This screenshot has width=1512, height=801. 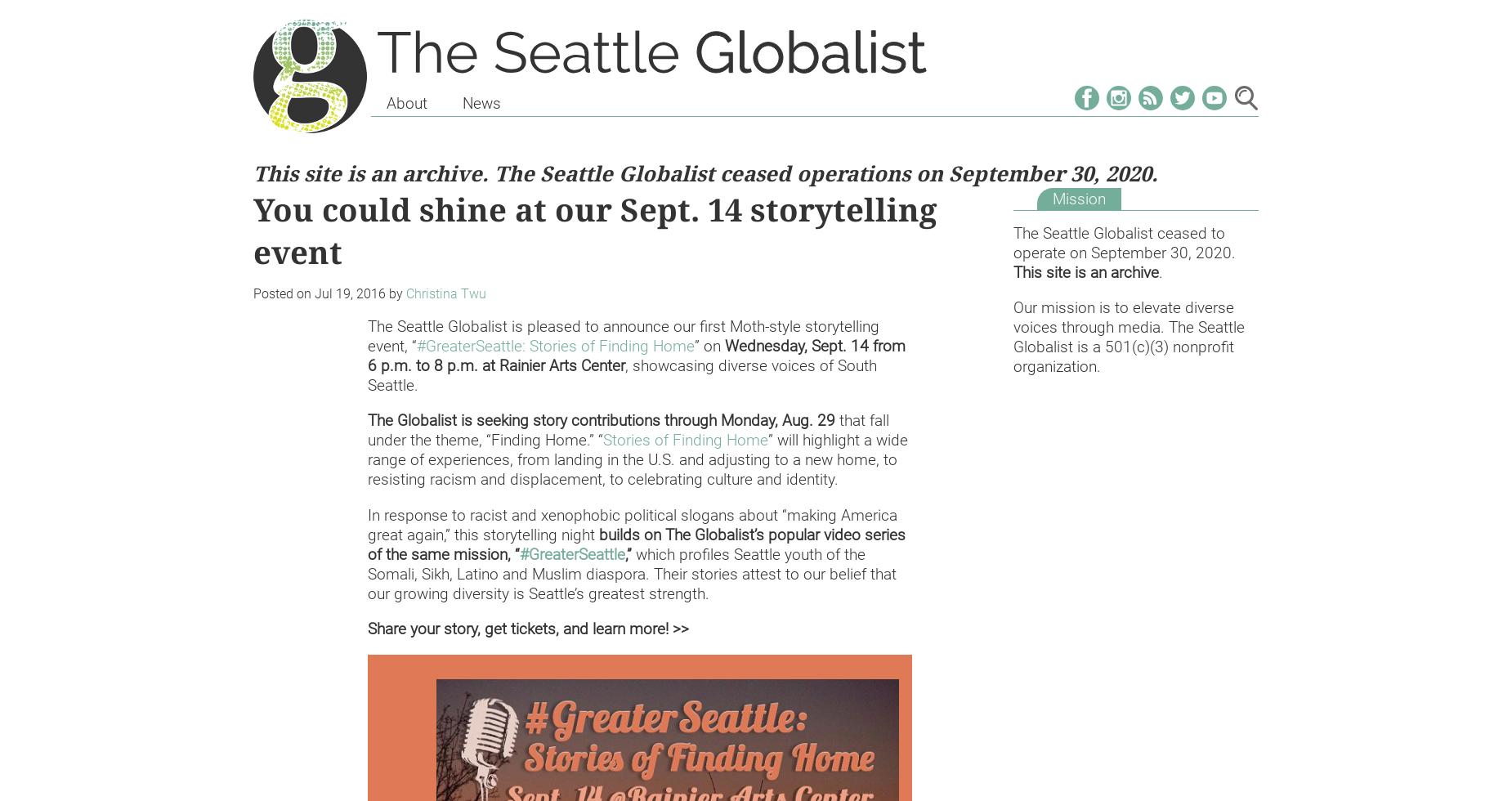 I want to click on 'Christina Twu', so click(x=445, y=293).